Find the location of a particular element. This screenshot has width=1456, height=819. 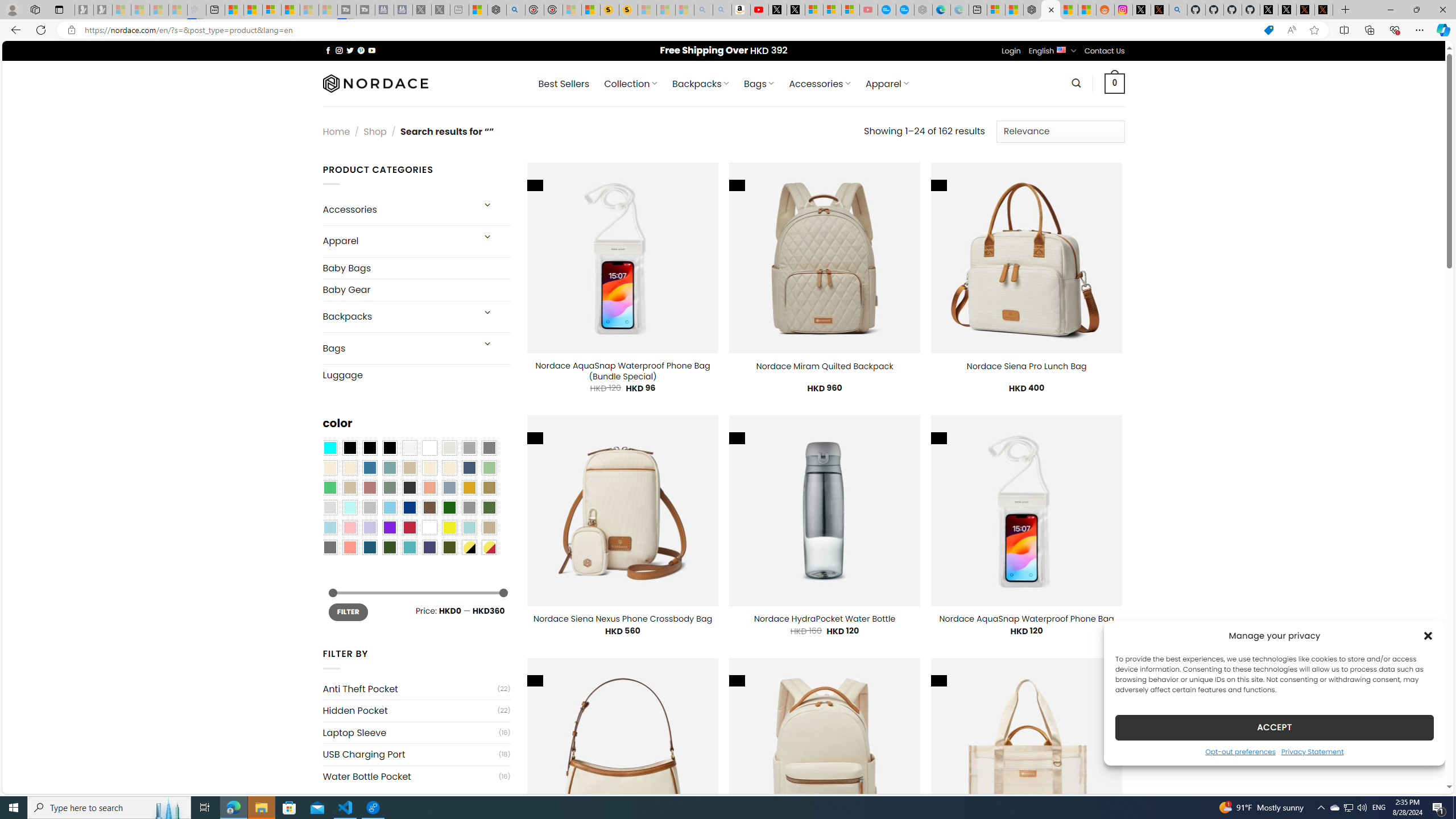

'Pearly White' is located at coordinates (408, 447).